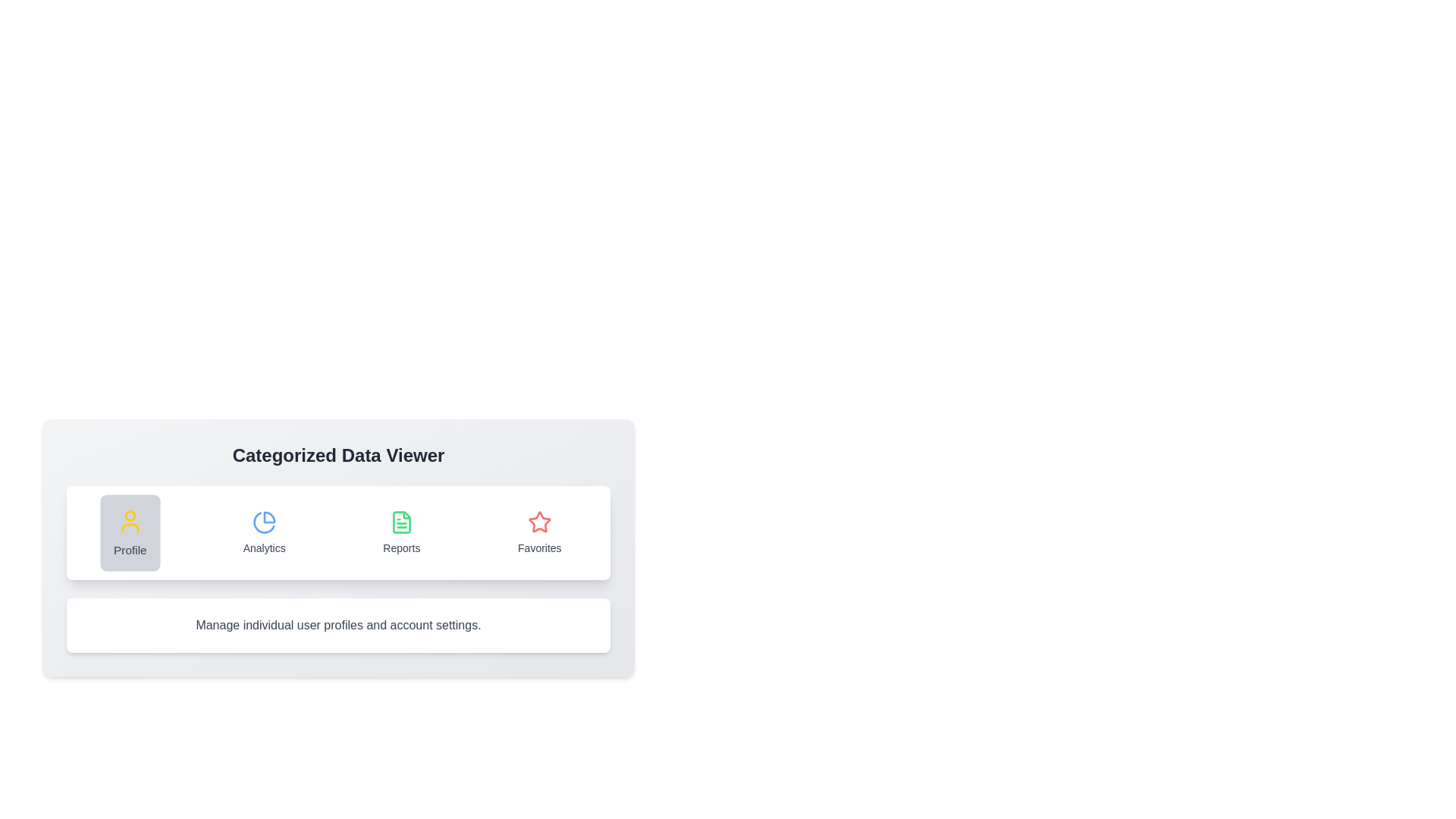 This screenshot has width=1456, height=819. Describe the element at coordinates (130, 532) in the screenshot. I see `the tab labeled Profile to switch to its content` at that location.